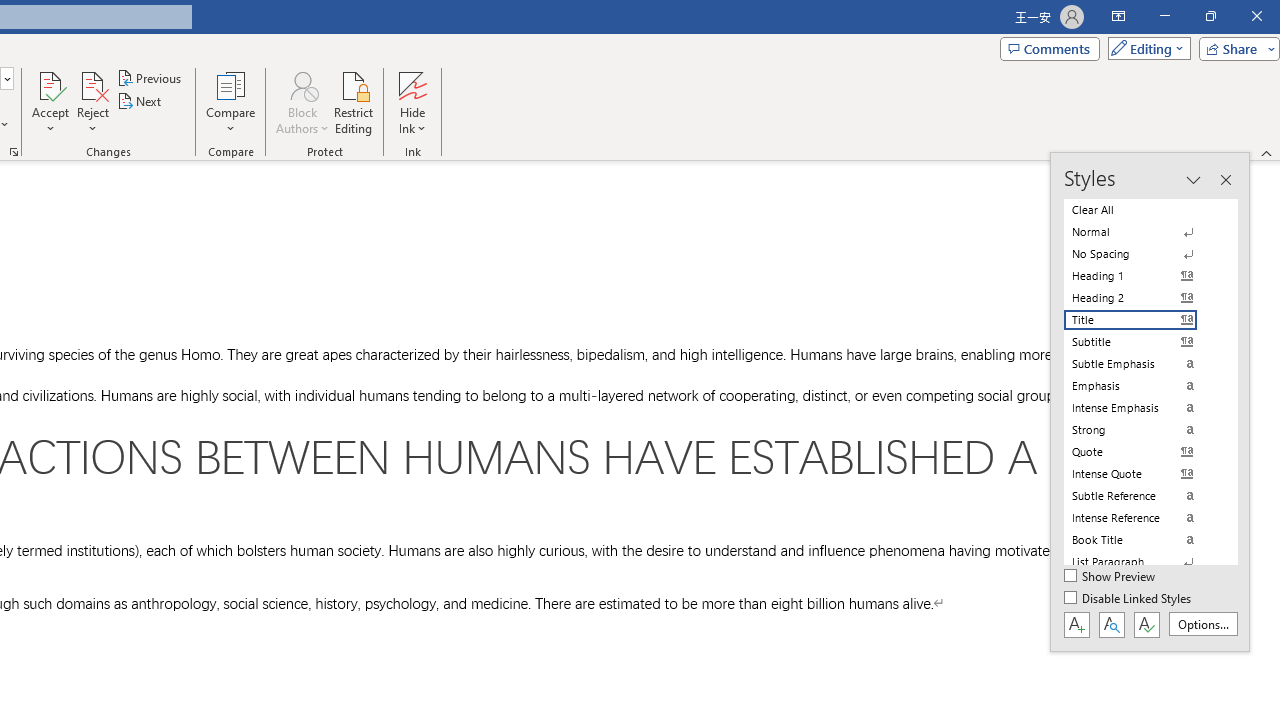 This screenshot has height=720, width=1280. What do you see at coordinates (50, 84) in the screenshot?
I see `'Accept and Move to Next'` at bounding box center [50, 84].